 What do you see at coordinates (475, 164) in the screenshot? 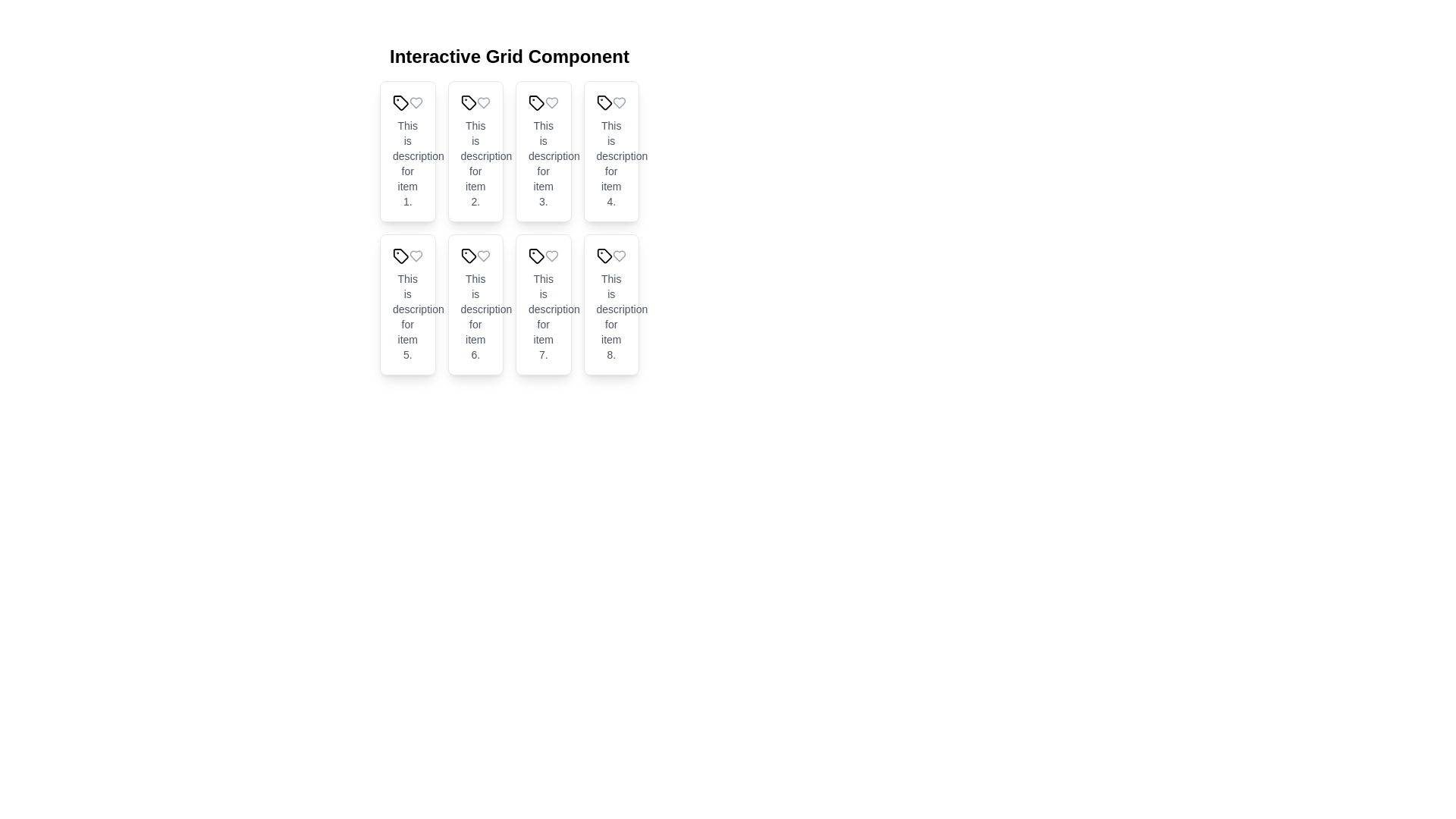
I see `the descriptive text block located in the second tile of a grid layout, which is positioned beneath the tile's title text` at bounding box center [475, 164].